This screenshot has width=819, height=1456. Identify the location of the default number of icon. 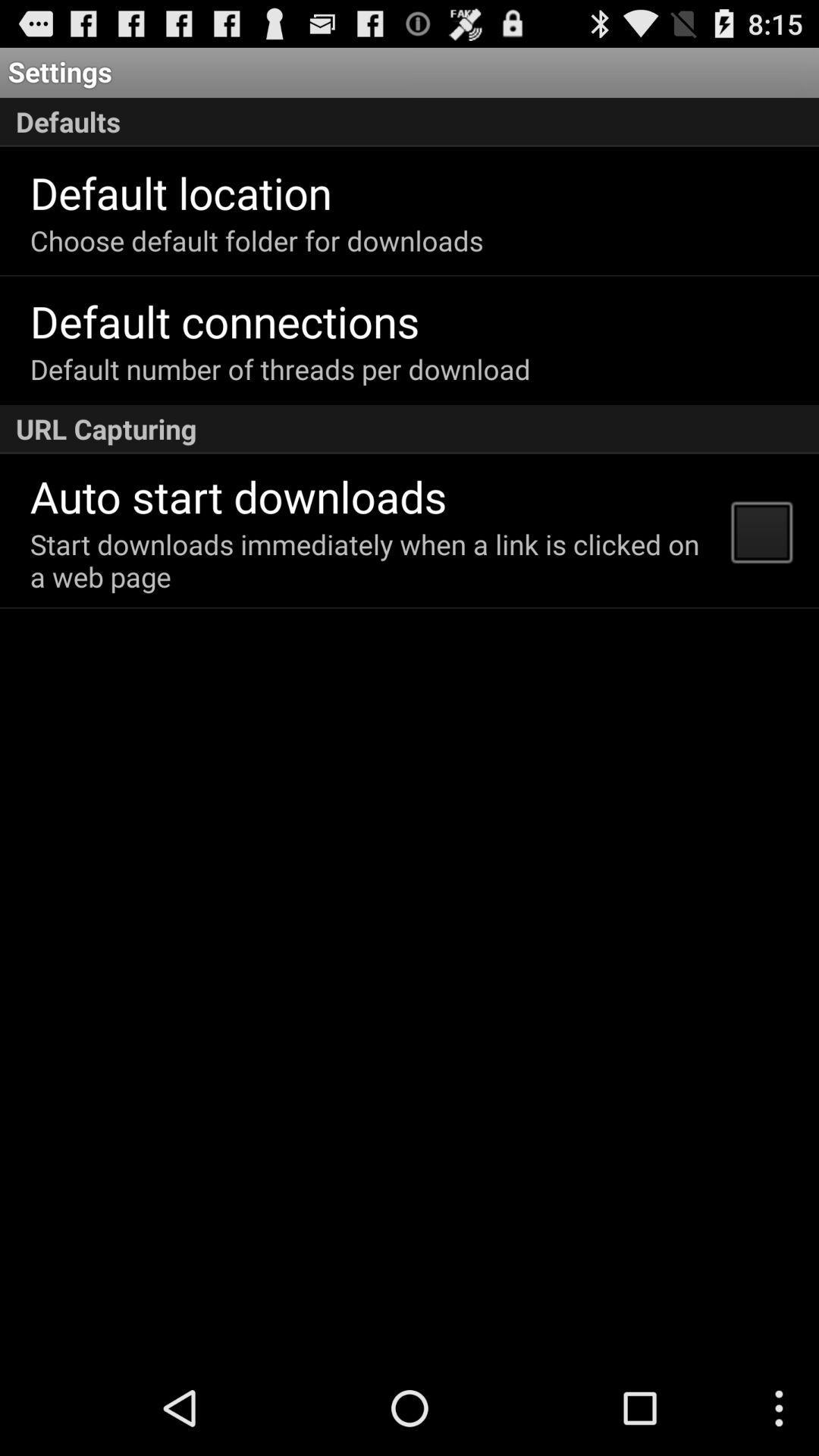
(280, 369).